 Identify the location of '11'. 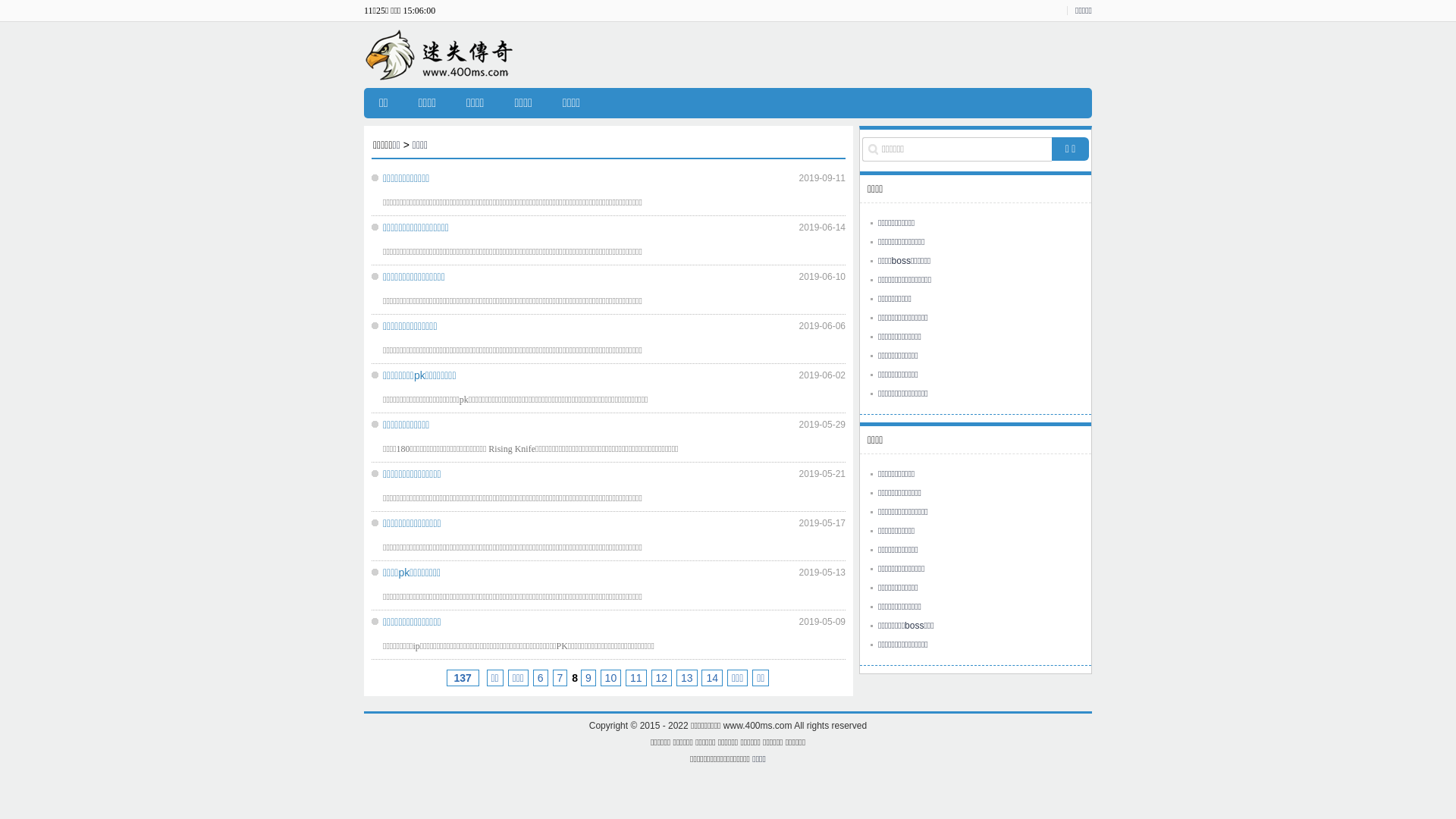
(626, 677).